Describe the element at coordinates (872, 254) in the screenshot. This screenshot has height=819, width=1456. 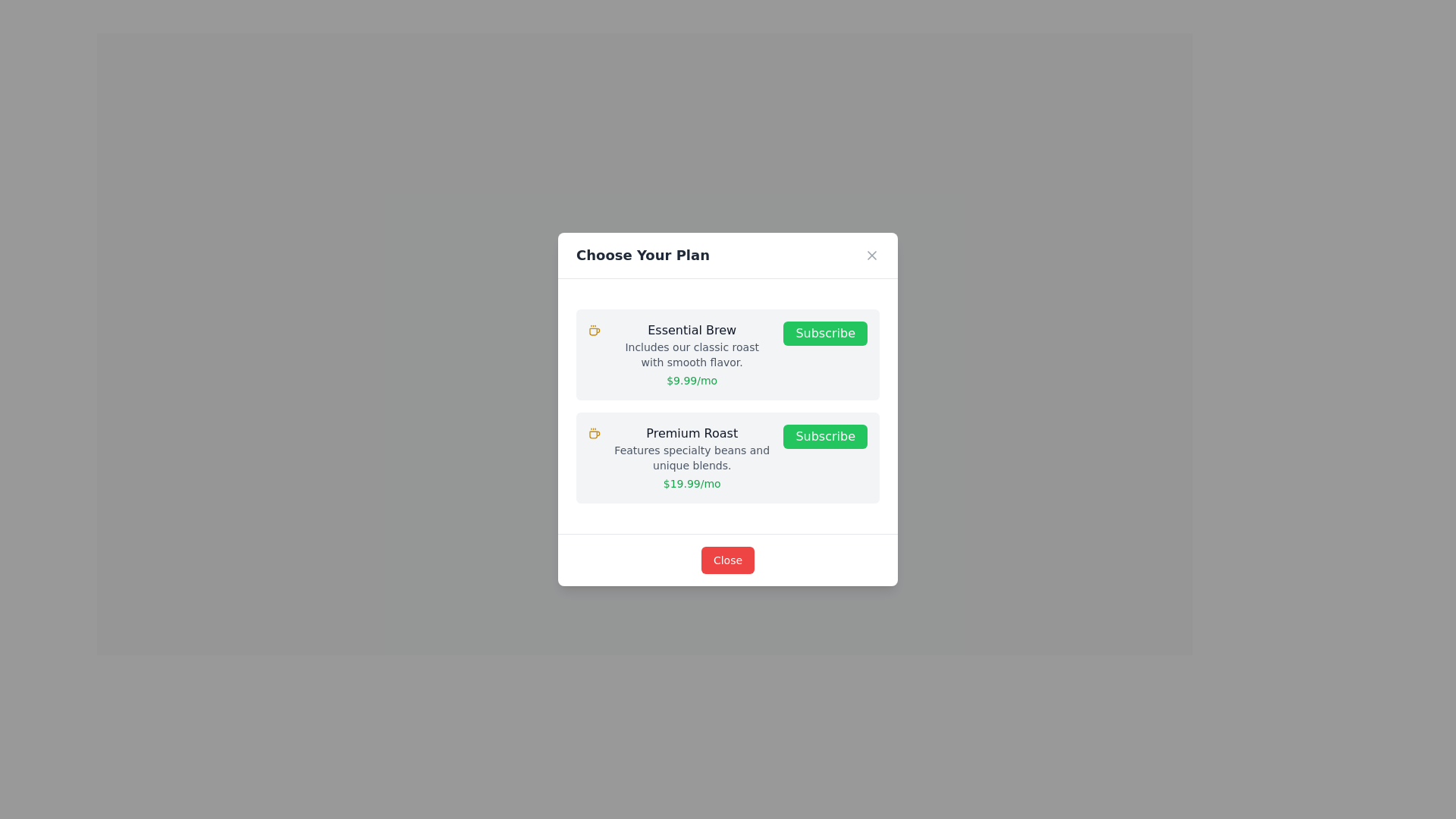
I see `the close icon represented by a small diagonal cross mark located in the top-right corner of the 'Choose Your Plan' modal dialog box` at that location.